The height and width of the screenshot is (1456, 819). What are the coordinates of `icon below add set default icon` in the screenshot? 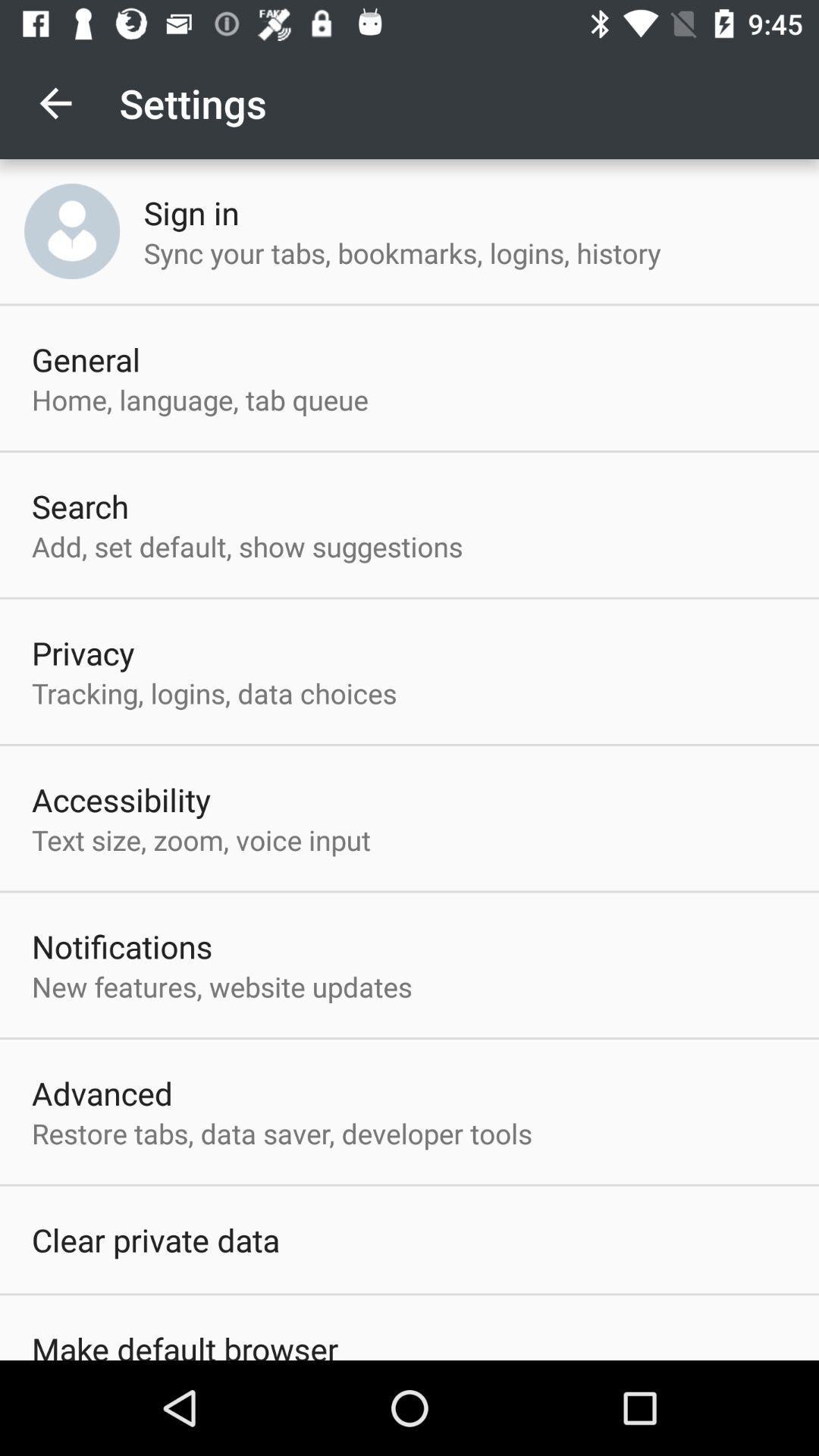 It's located at (83, 652).